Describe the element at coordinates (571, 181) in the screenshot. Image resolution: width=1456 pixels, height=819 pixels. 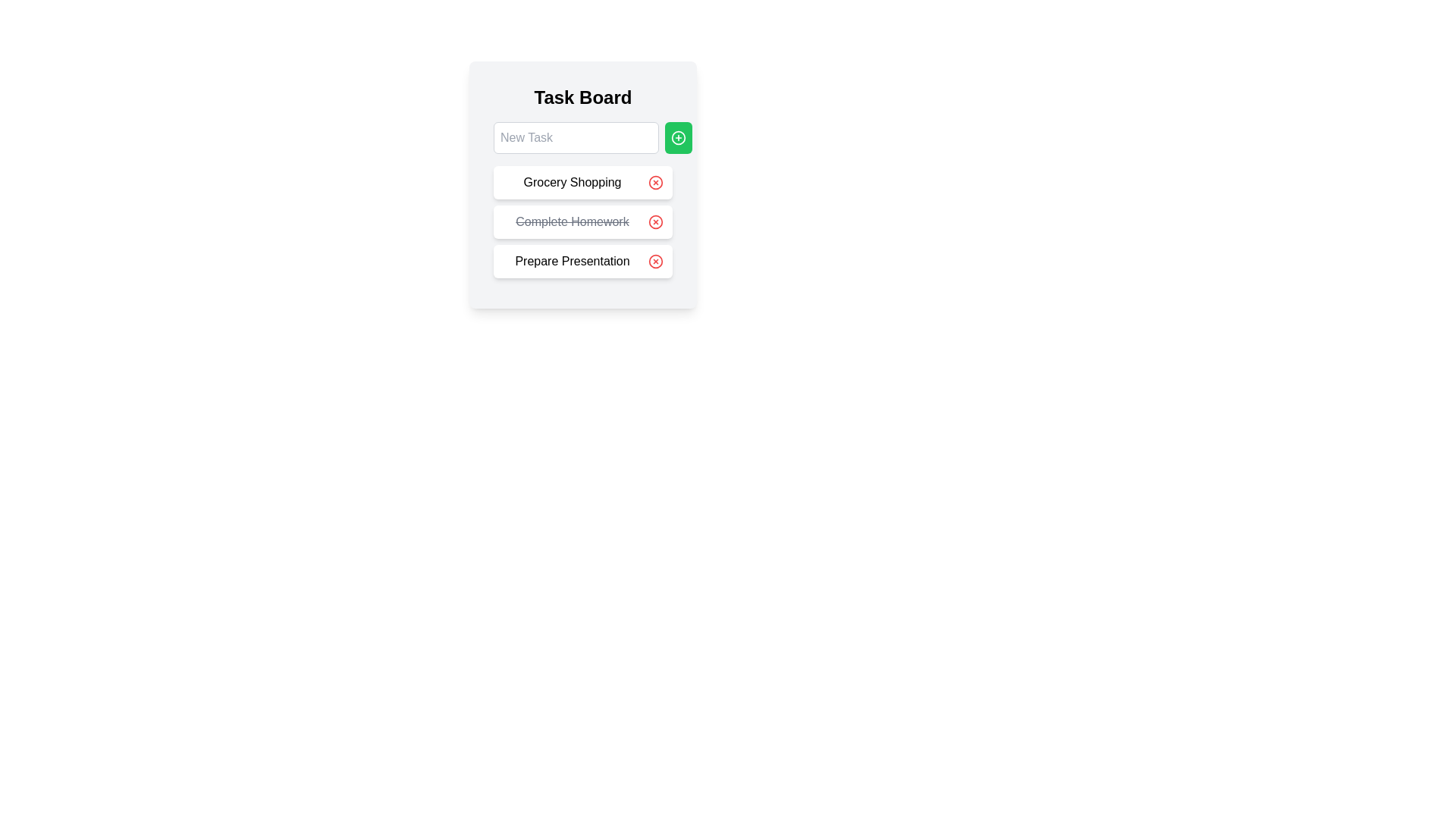
I see `the static text display for the task 'Grocery Shopping' within the to-do list for accessibility navigation` at that location.